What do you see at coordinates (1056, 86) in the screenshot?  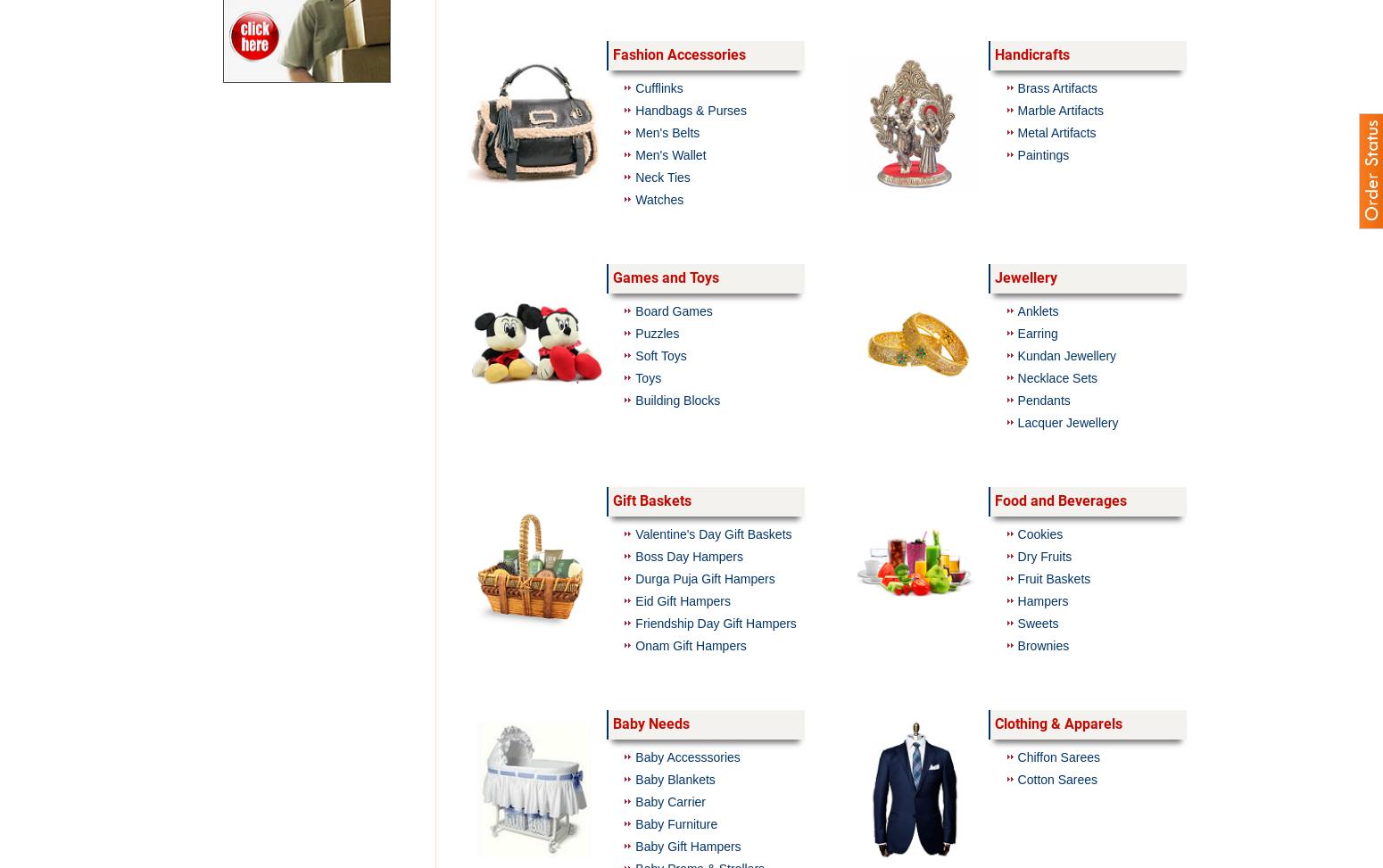 I see `'Brass Artifacts'` at bounding box center [1056, 86].